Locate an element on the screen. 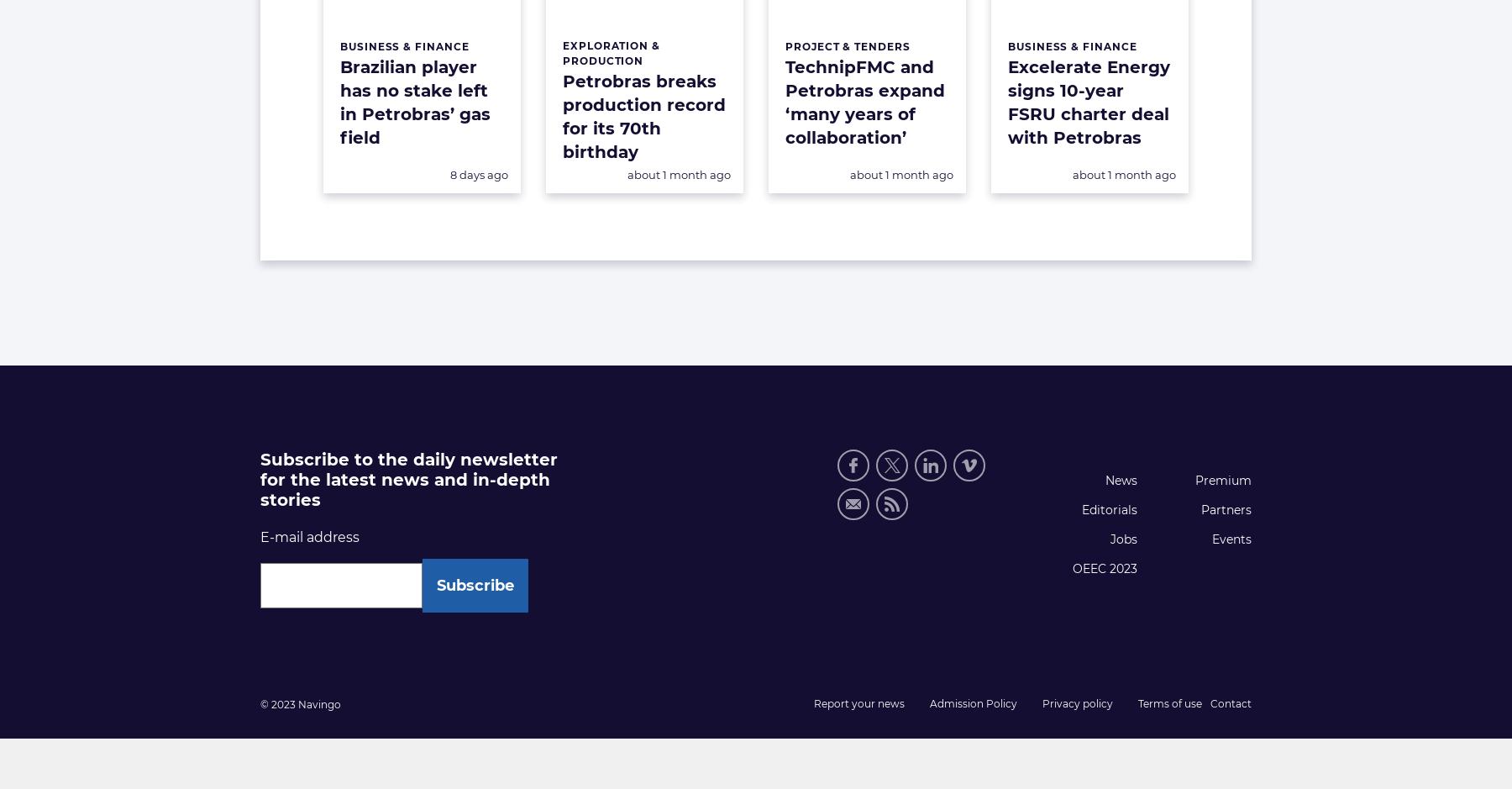 The image size is (1512, 789). '8 days ago' is located at coordinates (479, 172).